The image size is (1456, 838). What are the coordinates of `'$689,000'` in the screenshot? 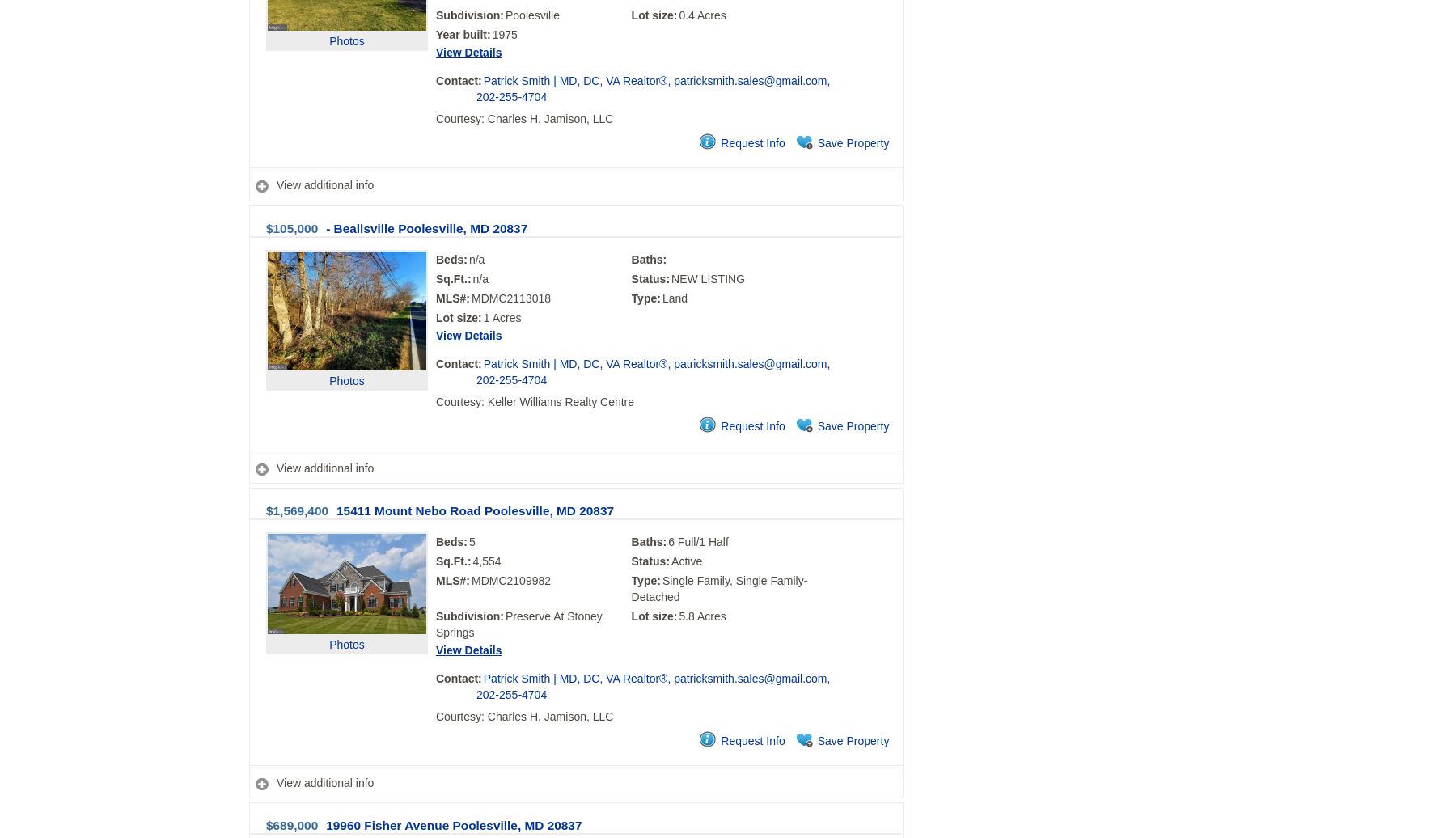 It's located at (292, 825).